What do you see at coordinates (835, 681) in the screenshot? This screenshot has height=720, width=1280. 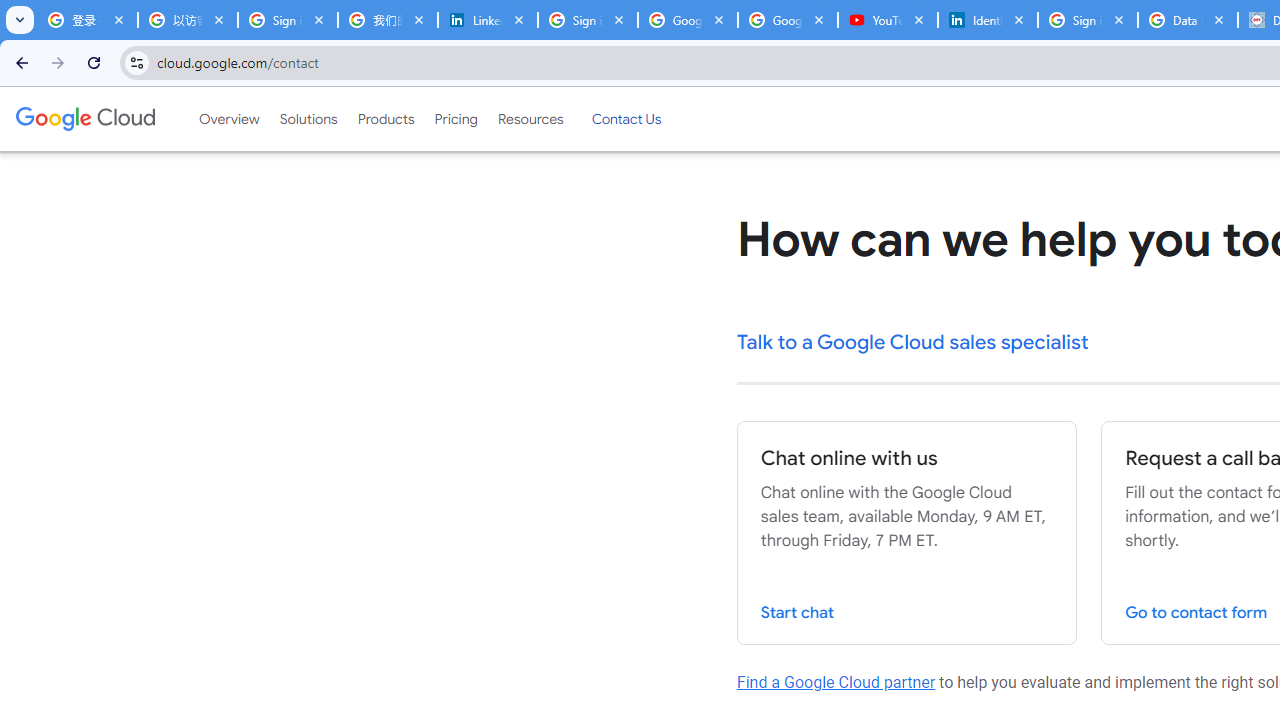 I see `'Find a Google Cloud partner'` at bounding box center [835, 681].